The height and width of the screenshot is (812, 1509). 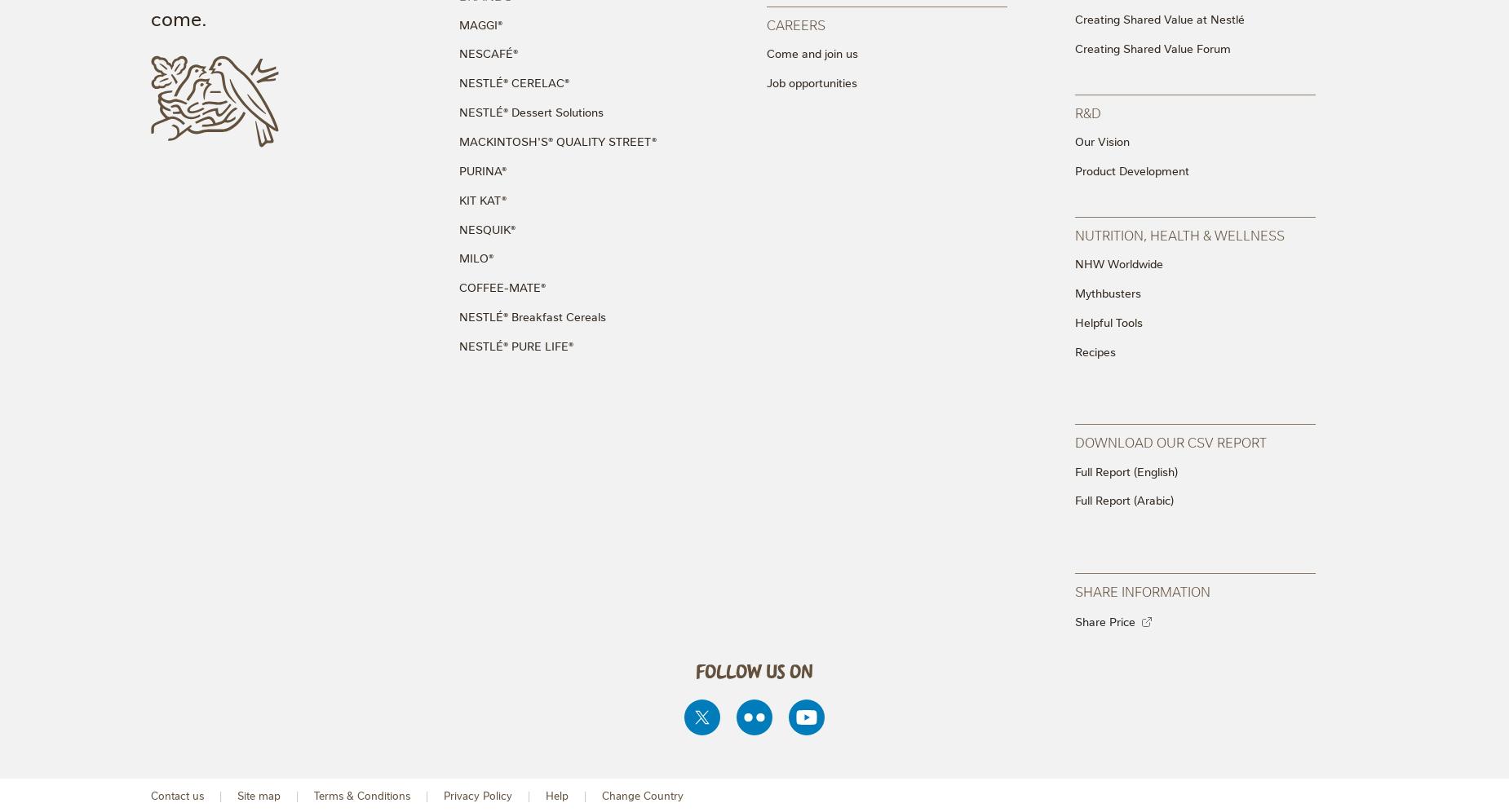 I want to click on 'SHARE INFORMATION', so click(x=1142, y=589).